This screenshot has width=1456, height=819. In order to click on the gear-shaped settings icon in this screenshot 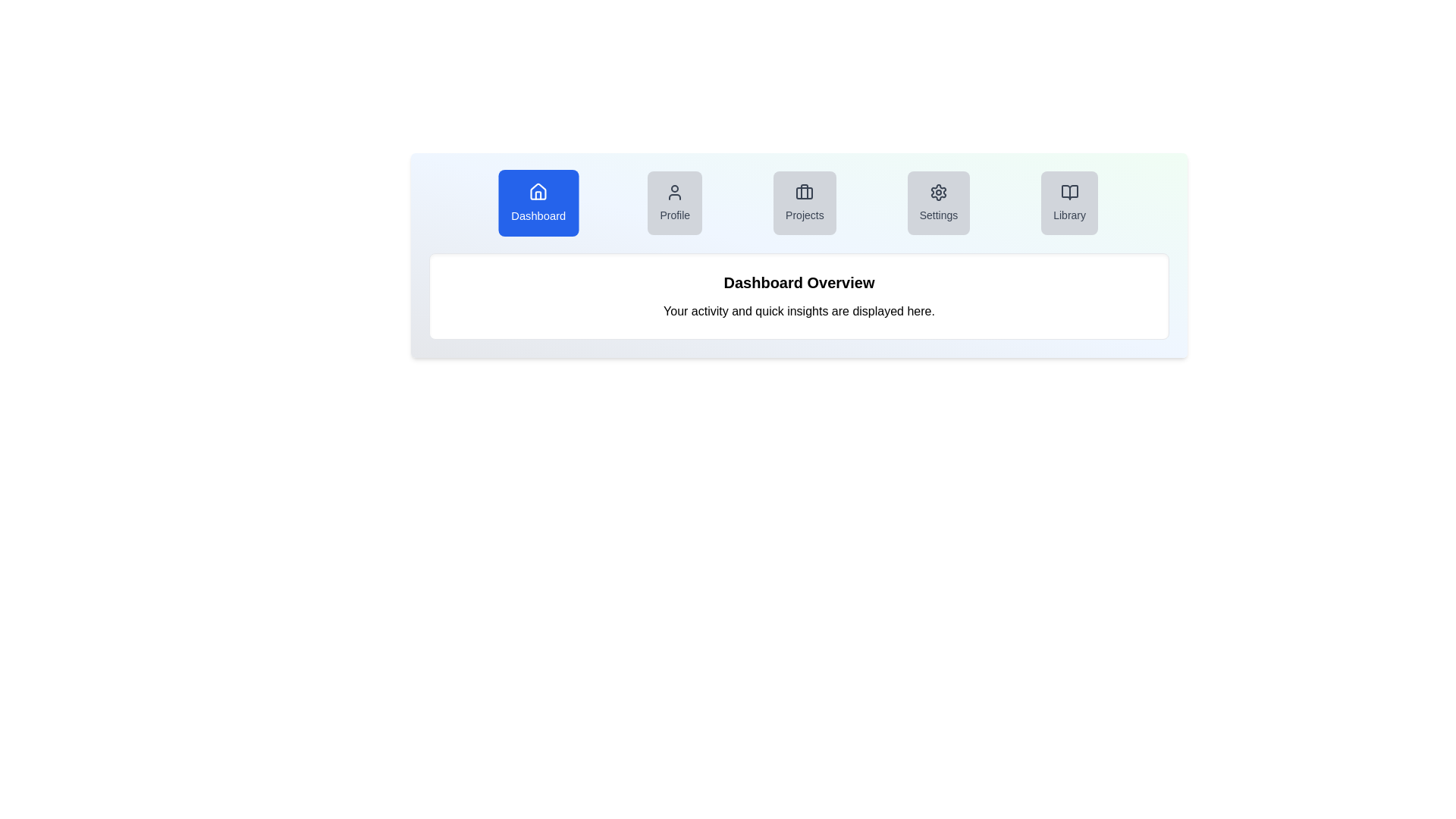, I will do `click(938, 192)`.